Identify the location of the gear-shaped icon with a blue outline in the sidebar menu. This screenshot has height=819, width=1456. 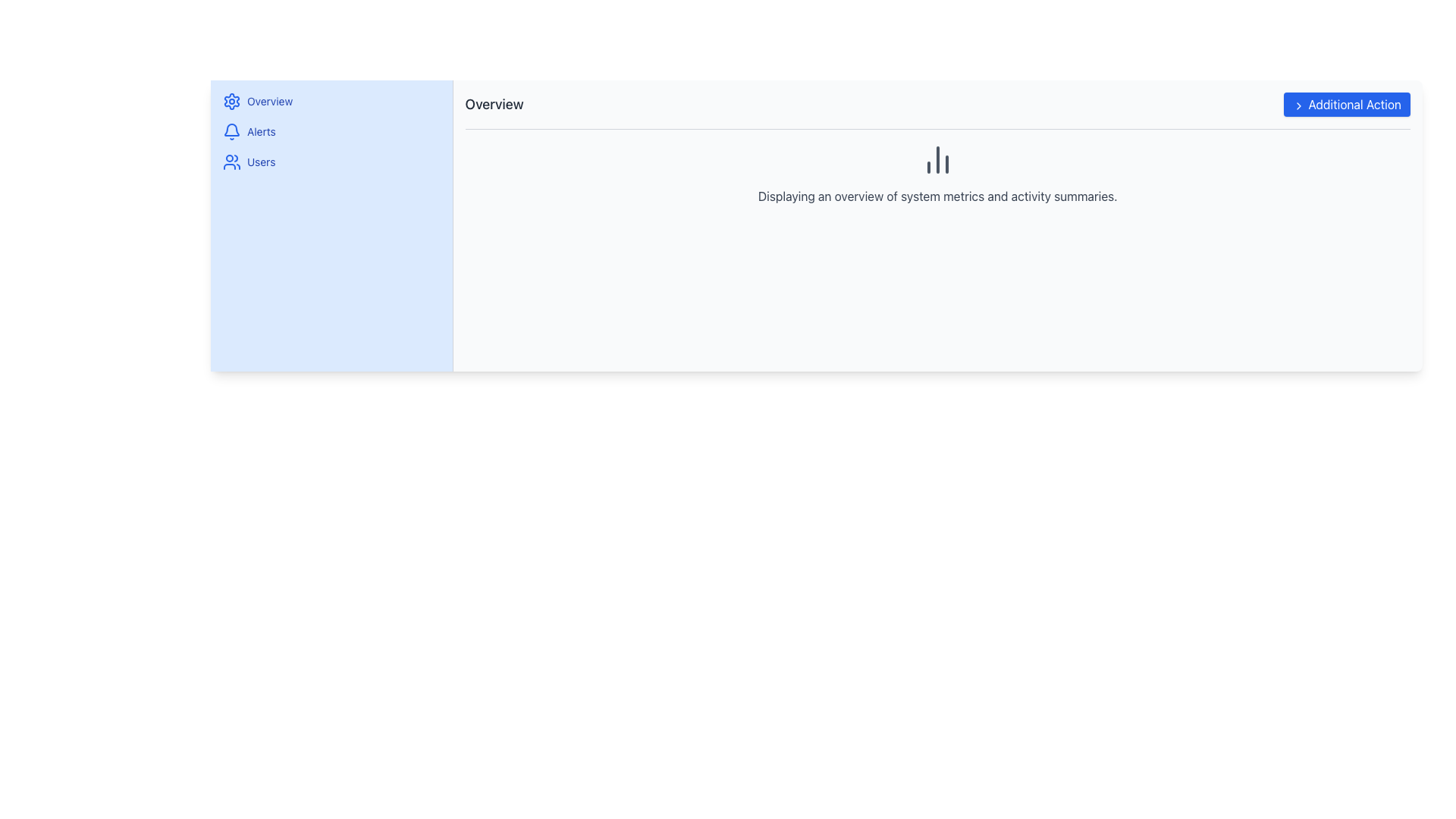
(231, 102).